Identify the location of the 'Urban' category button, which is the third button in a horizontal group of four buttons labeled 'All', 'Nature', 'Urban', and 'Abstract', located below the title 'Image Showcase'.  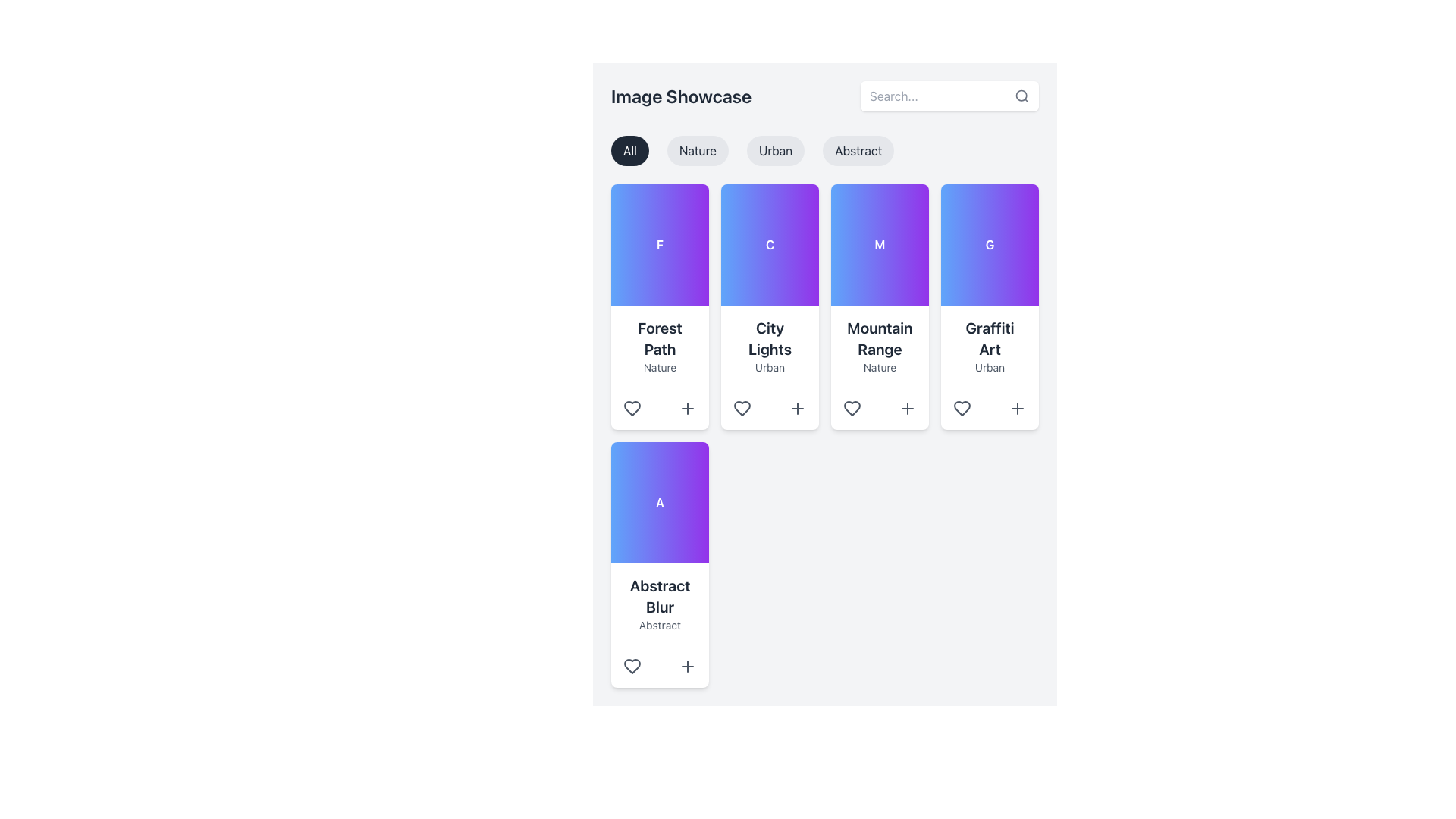
(776, 151).